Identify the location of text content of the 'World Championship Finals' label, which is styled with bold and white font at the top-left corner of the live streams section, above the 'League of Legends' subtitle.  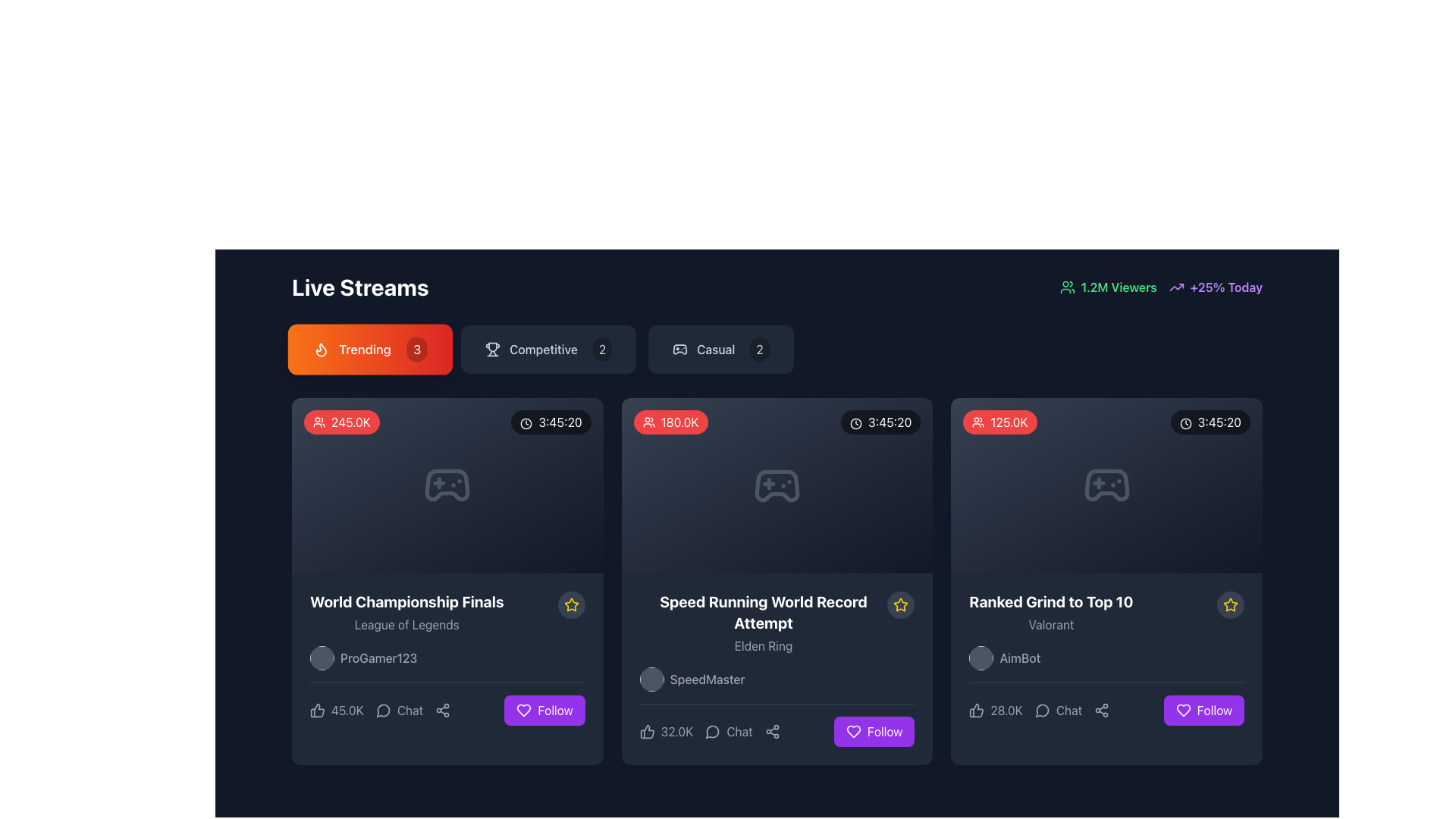
(406, 601).